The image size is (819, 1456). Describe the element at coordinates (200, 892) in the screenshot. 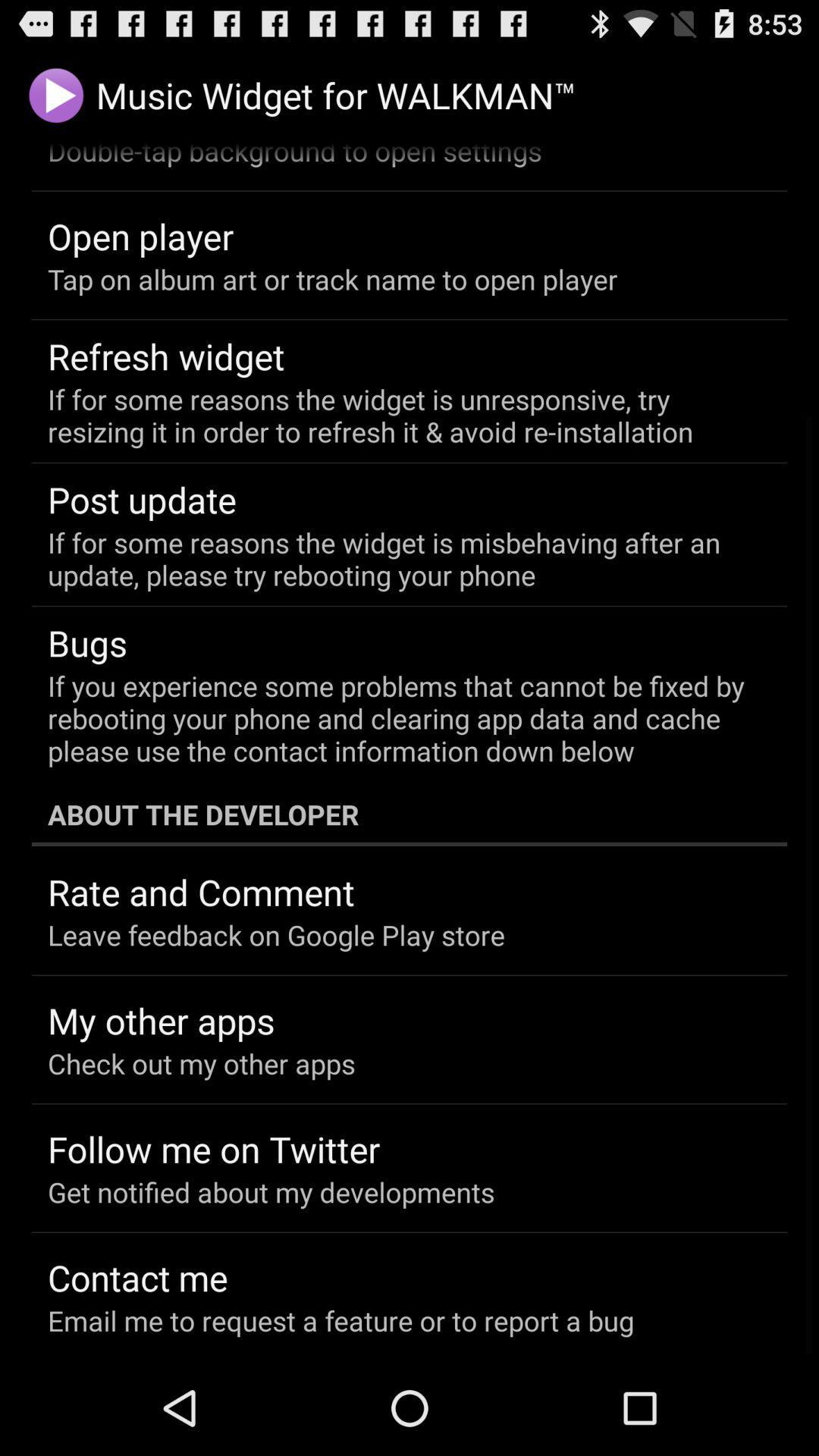

I see `item above the leave feedback on icon` at that location.